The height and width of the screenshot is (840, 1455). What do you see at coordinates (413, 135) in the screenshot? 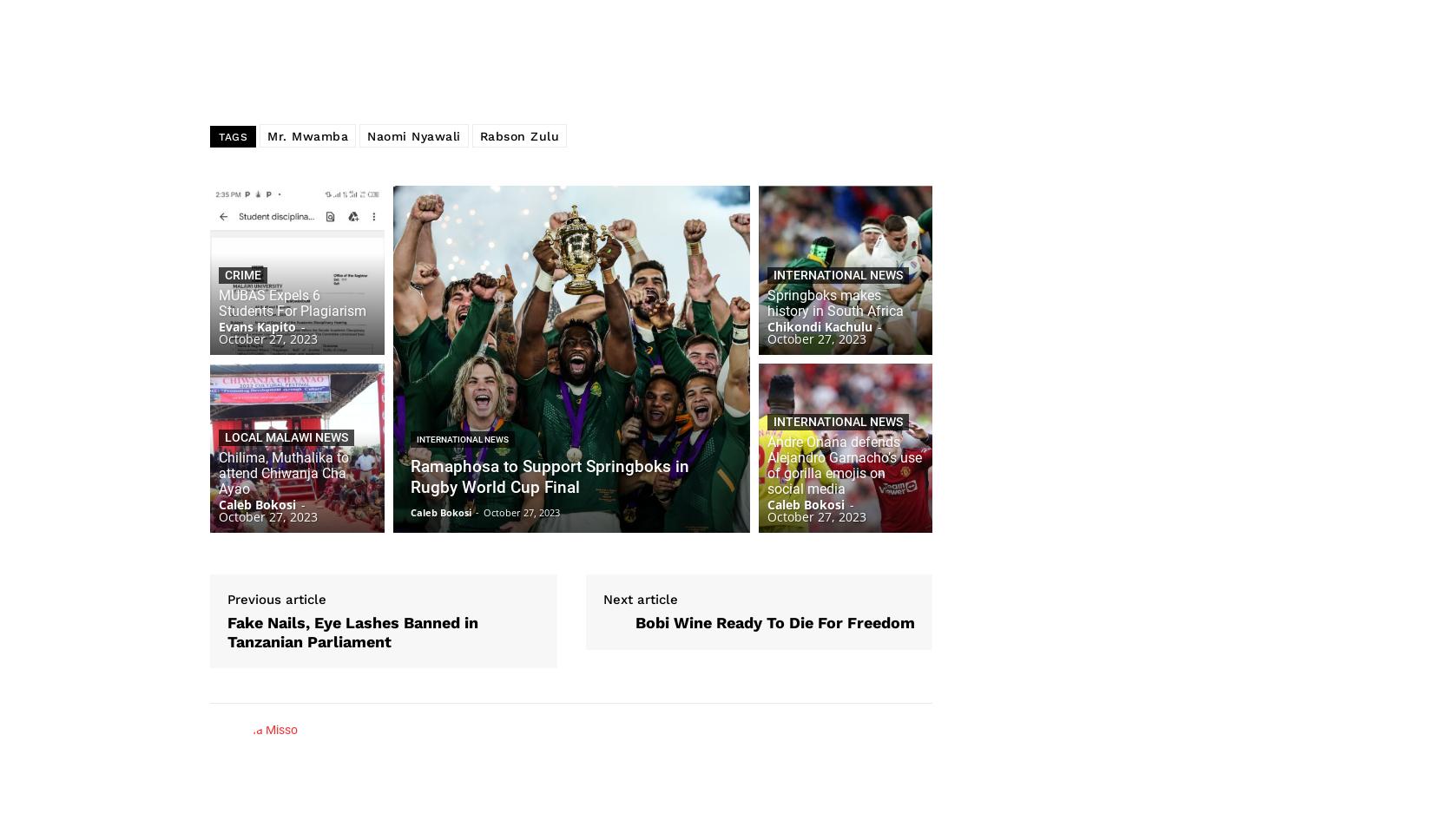
I see `'Naomi Nyawali'` at bounding box center [413, 135].